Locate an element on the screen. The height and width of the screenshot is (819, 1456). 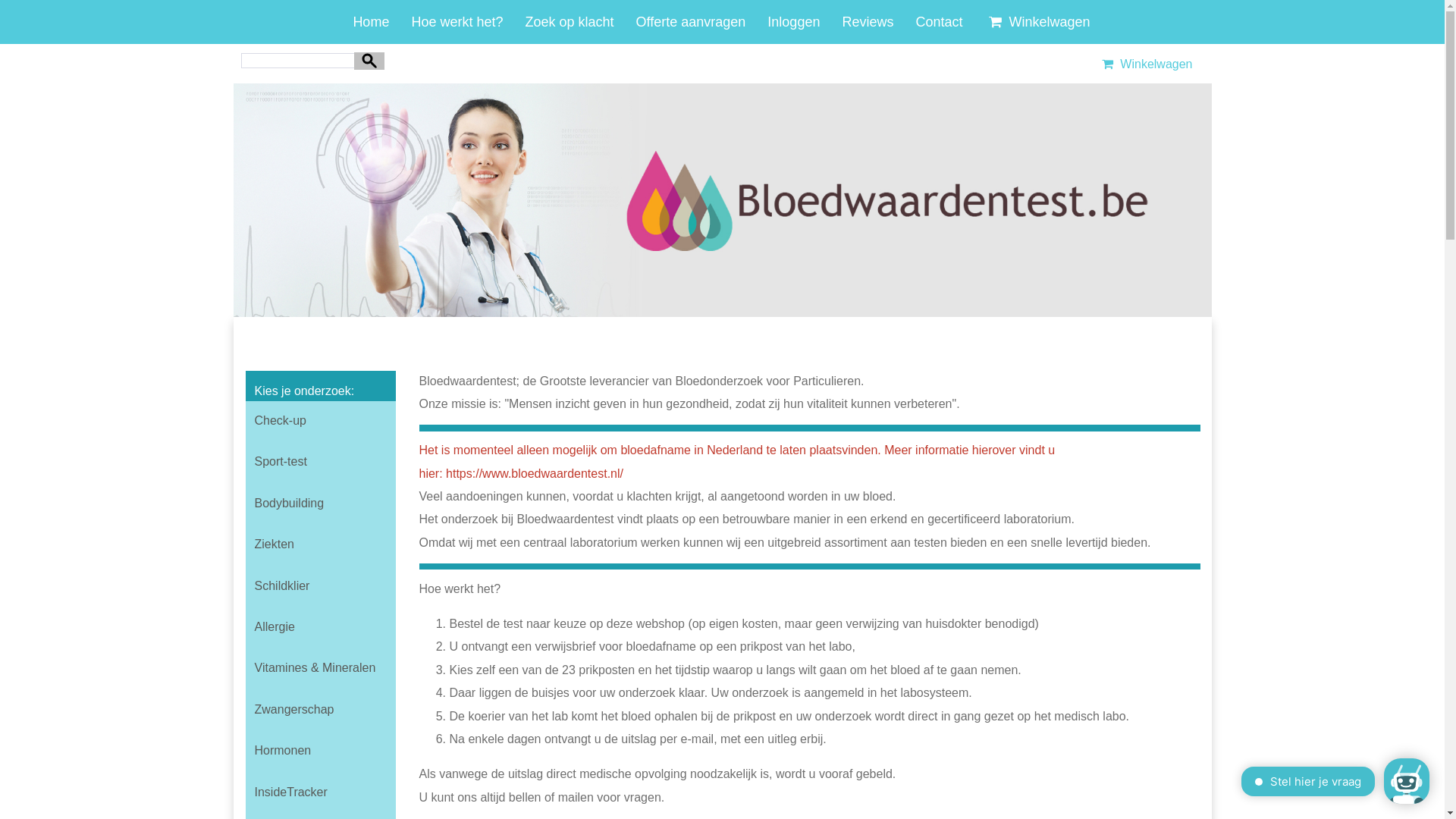
'Bodybuilding' is located at coordinates (319, 503).